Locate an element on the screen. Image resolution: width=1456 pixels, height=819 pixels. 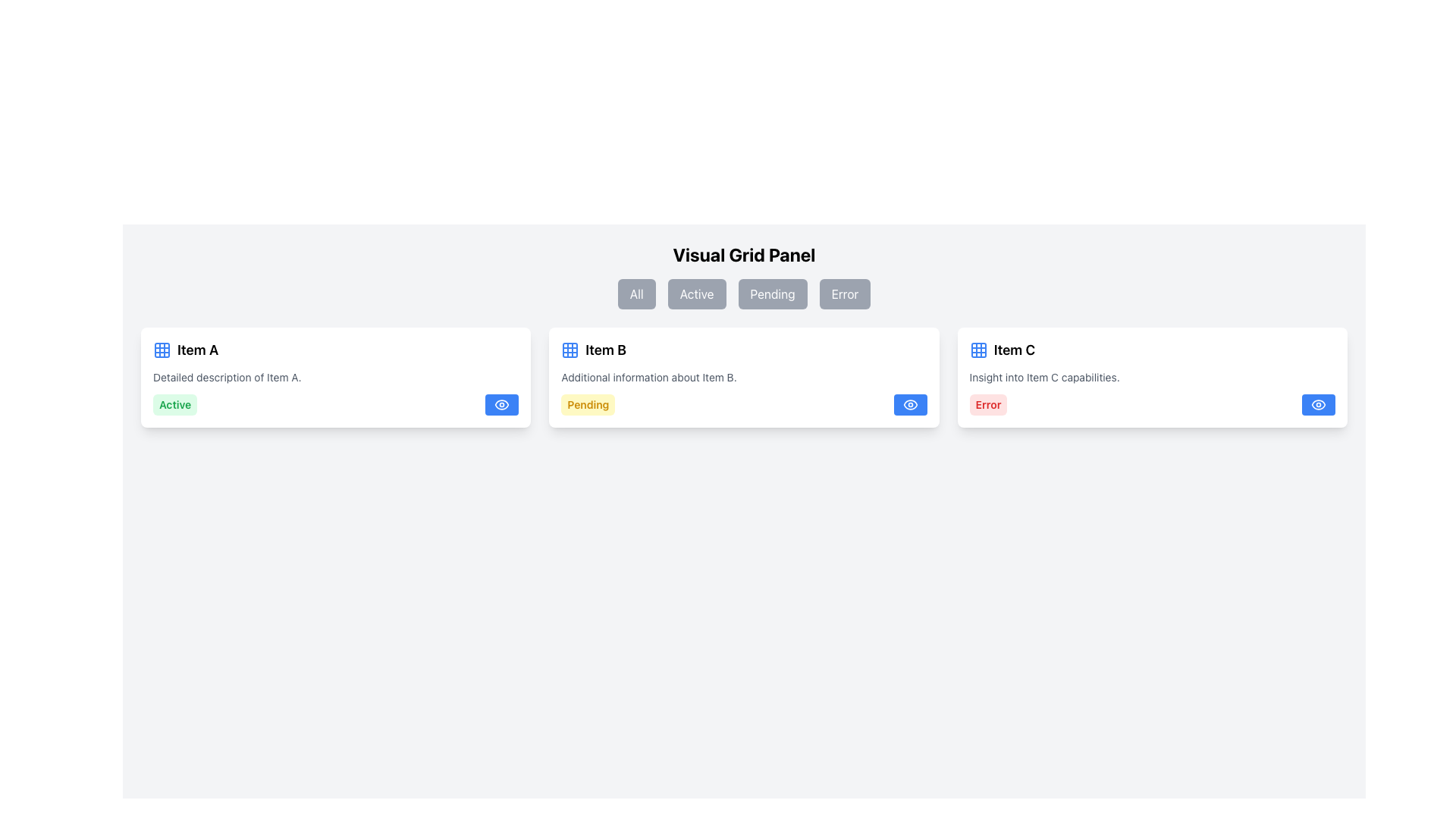
the Card Component with the title 'Item A' that is styled with a rounded border and a green badge labeled 'Active' in the bottom left is located at coordinates (335, 376).